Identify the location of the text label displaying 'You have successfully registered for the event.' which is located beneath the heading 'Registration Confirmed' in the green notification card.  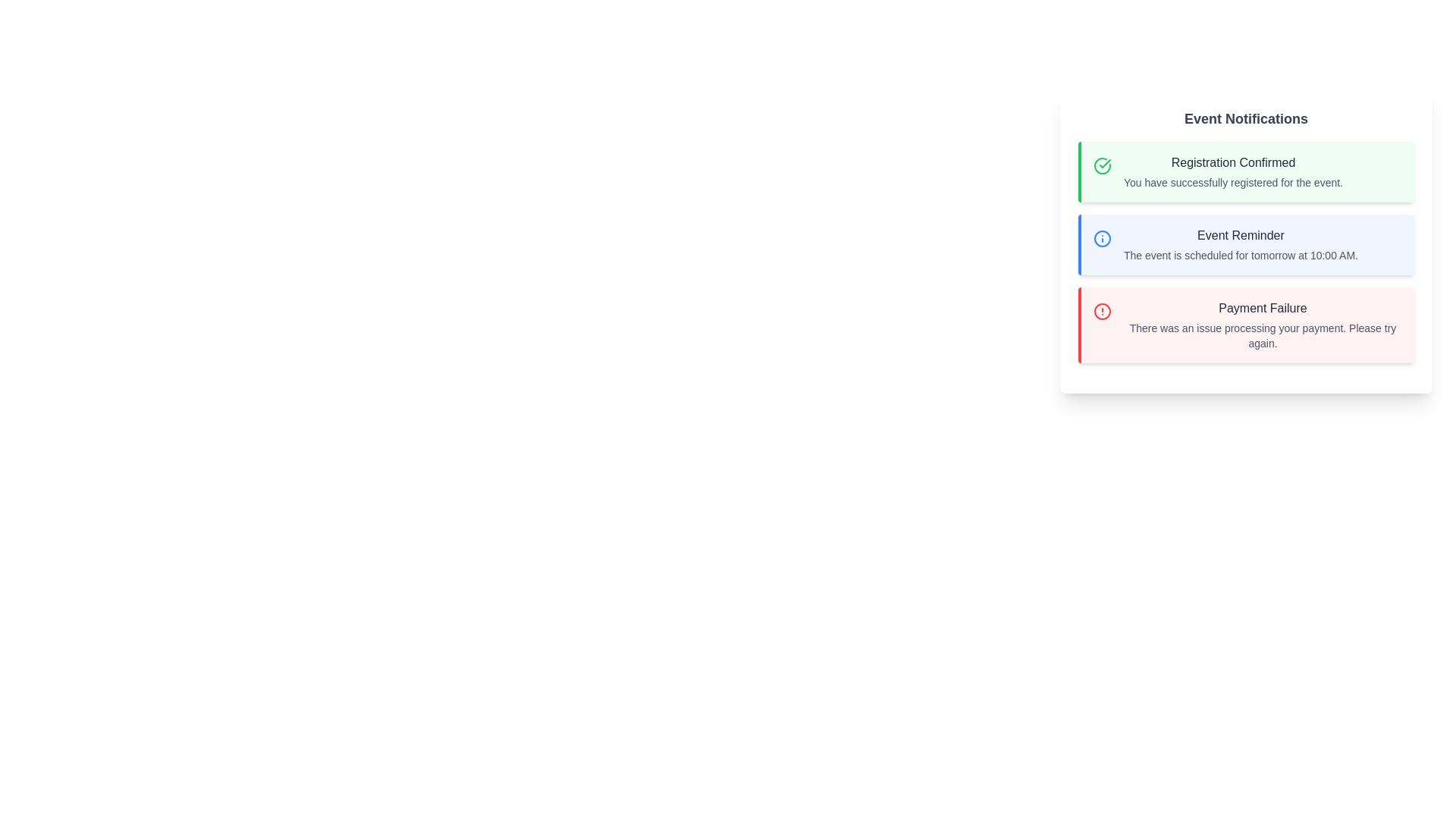
(1233, 181).